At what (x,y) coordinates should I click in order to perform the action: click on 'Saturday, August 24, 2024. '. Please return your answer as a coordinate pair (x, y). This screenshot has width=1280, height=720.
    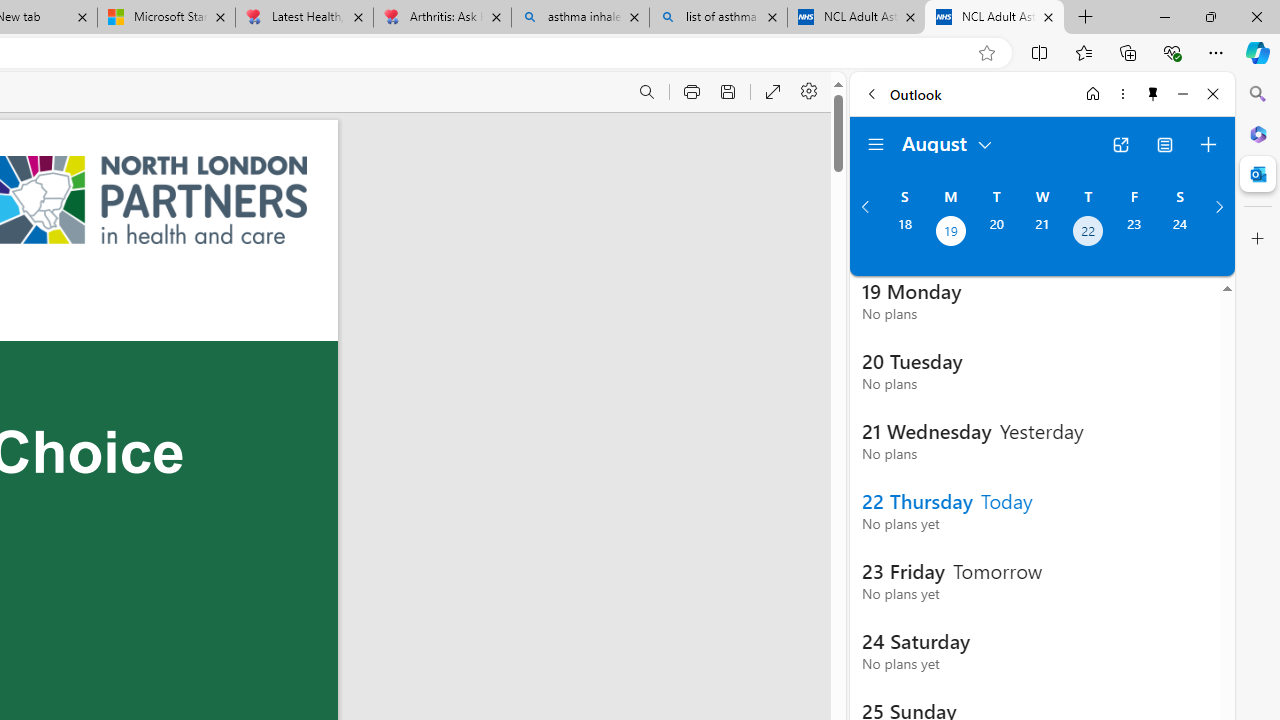
    Looking at the image, I should click on (1180, 232).